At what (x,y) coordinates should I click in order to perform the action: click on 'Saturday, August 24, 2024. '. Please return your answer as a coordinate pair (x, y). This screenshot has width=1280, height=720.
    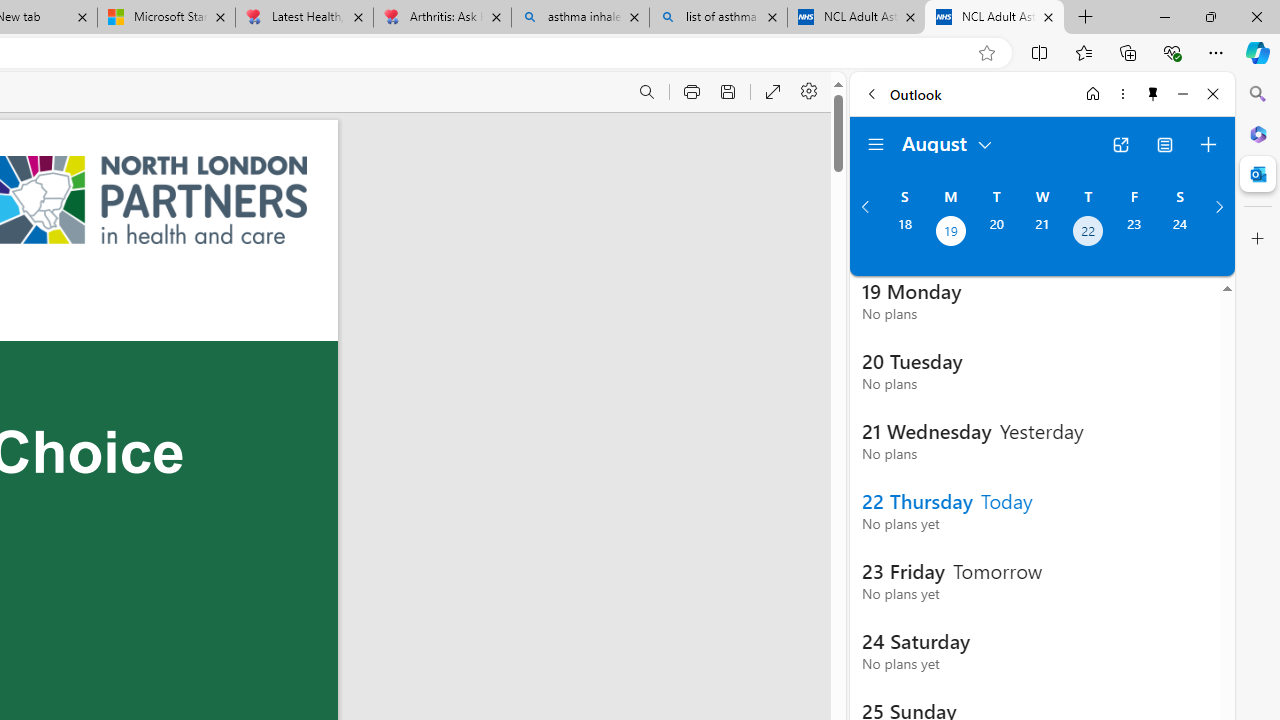
    Looking at the image, I should click on (1180, 232).